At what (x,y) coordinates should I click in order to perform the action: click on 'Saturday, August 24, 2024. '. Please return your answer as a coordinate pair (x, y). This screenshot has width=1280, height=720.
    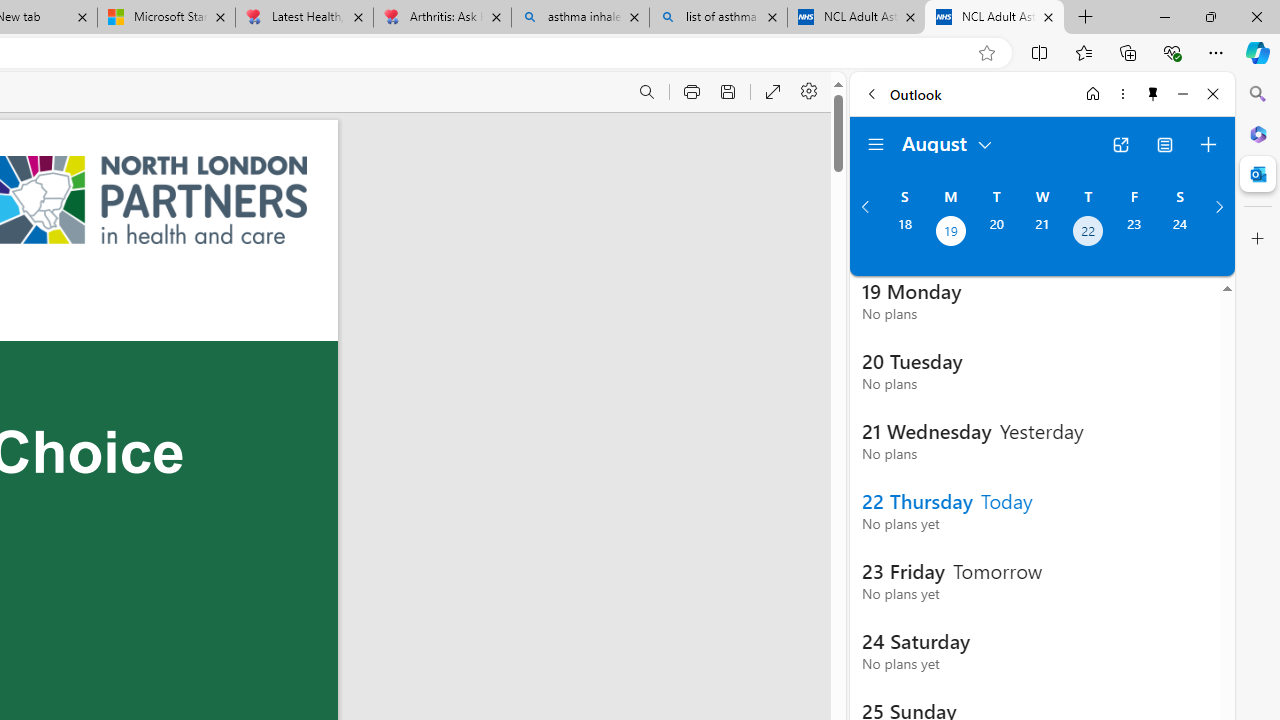
    Looking at the image, I should click on (1180, 232).